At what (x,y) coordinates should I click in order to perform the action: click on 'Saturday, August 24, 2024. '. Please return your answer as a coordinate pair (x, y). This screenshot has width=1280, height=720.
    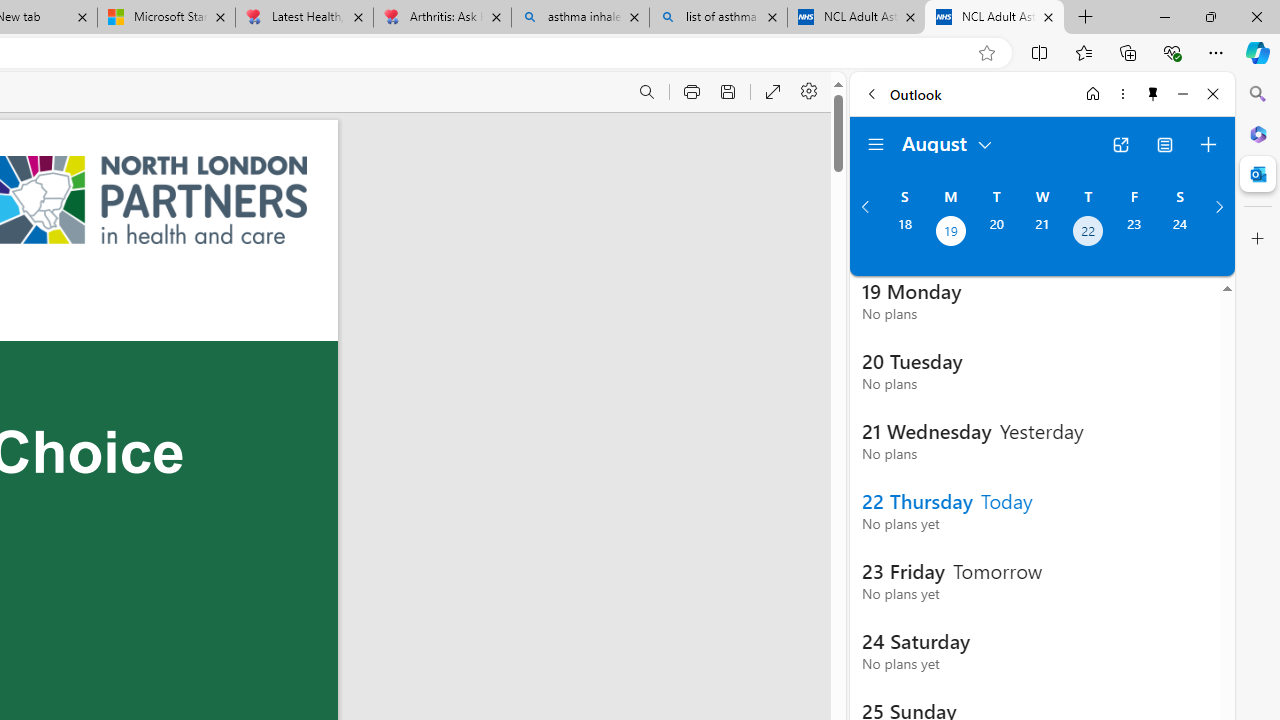
    Looking at the image, I should click on (1180, 232).